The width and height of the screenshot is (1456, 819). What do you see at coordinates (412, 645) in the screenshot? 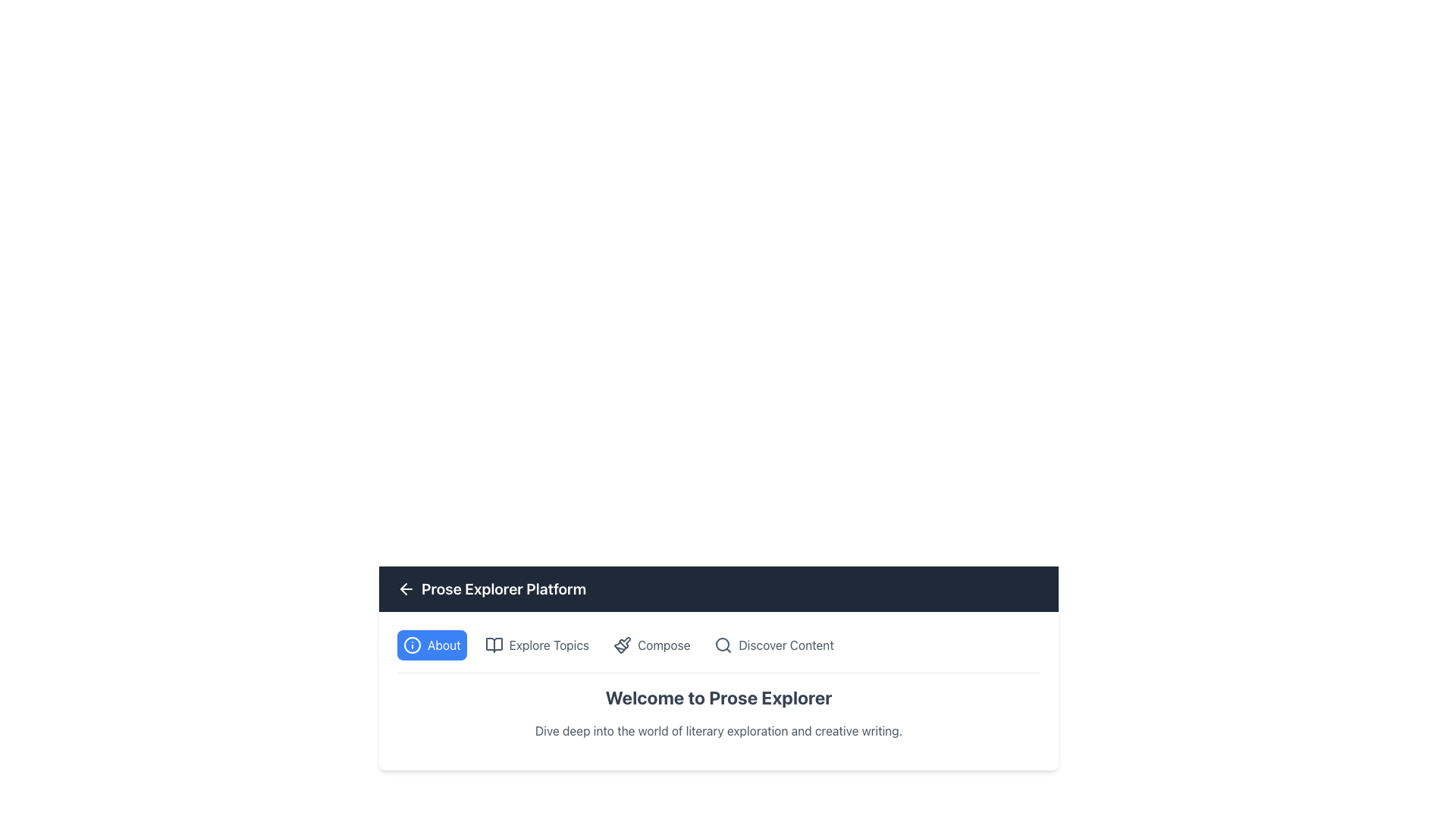
I see `the information icon, which is a circular icon with an outlined border and a vertical line extending upwards, located within the blue 'About' button` at bounding box center [412, 645].